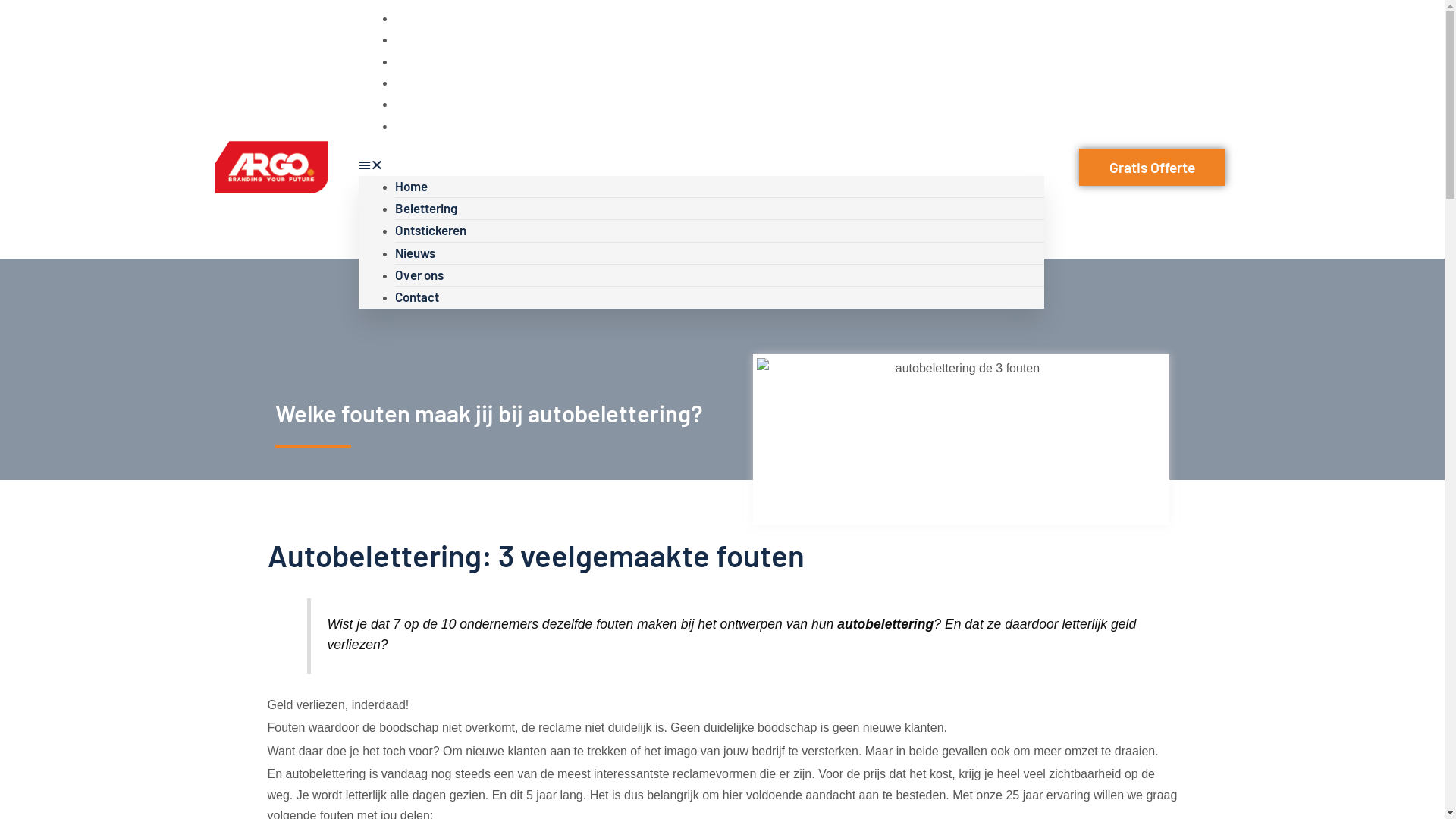 The image size is (1456, 819). What do you see at coordinates (414, 82) in the screenshot?
I see `'Nieuws'` at bounding box center [414, 82].